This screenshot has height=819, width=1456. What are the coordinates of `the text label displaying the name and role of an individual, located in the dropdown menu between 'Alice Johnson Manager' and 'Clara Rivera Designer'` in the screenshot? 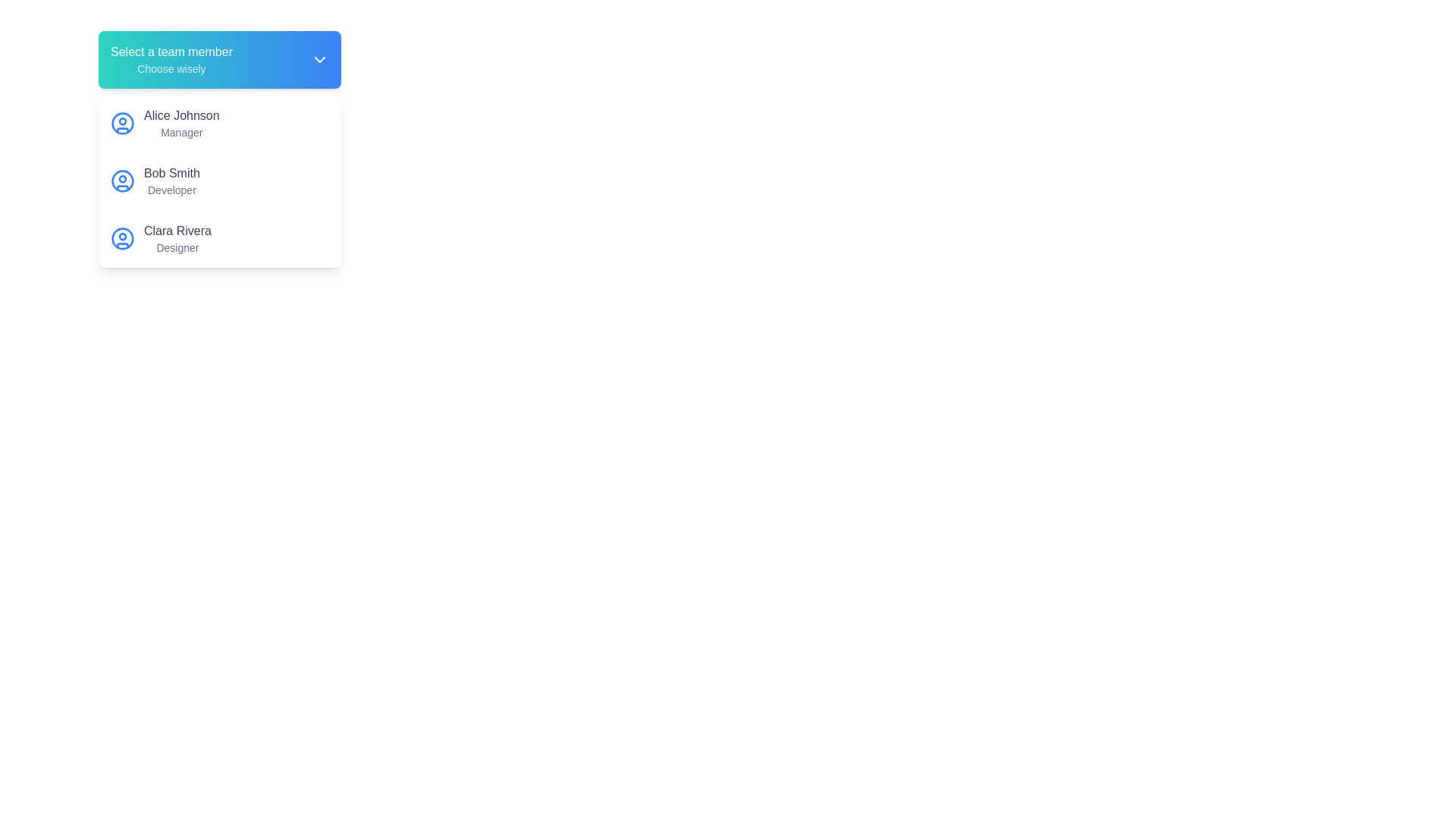 It's located at (171, 180).